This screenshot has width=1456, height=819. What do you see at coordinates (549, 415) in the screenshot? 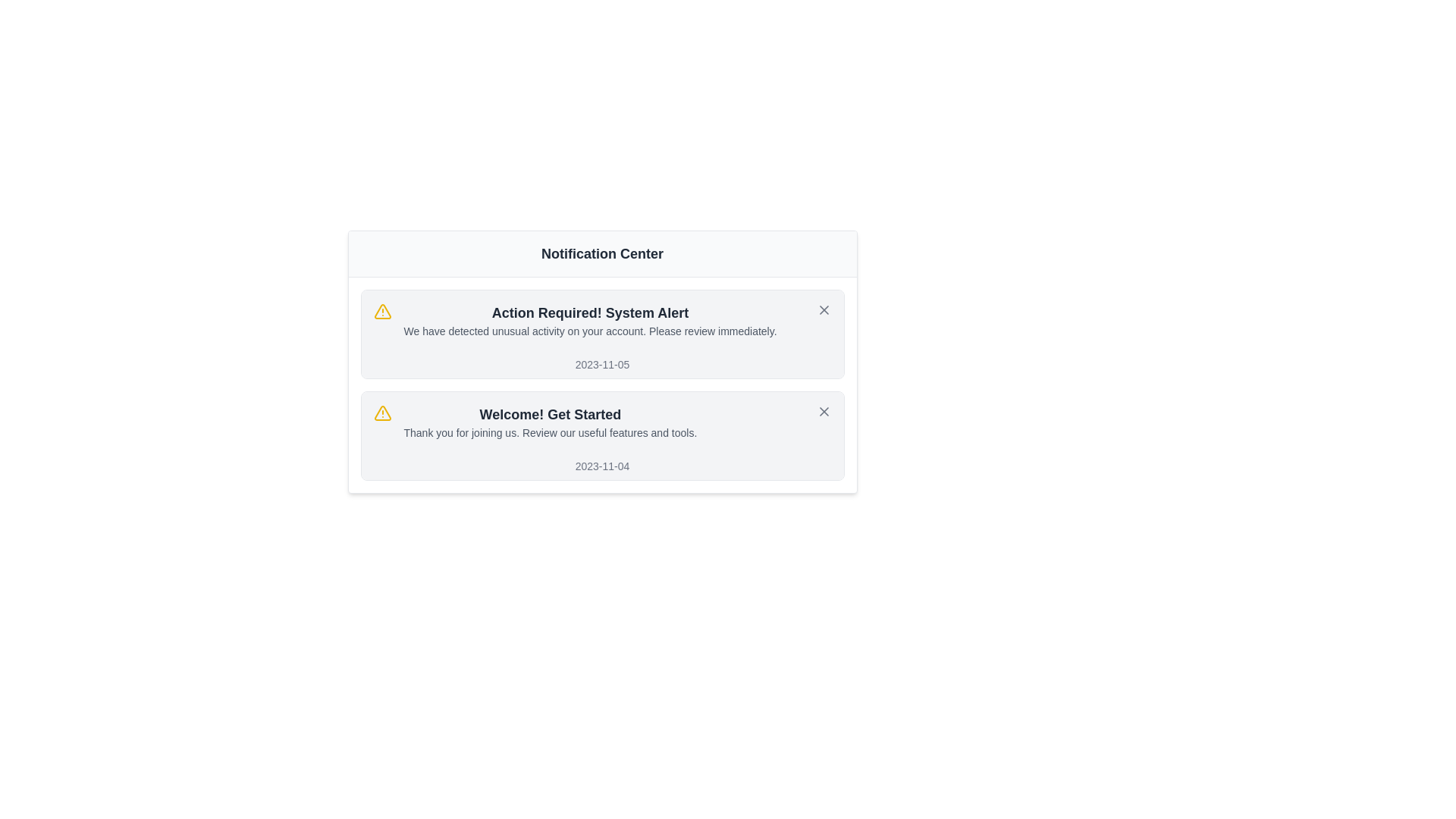
I see `bold, large-font text that says 'Welcome! Get Started' located in the second notification item of the notification list, below the 'Action Required! System Alert' notification` at bounding box center [549, 415].